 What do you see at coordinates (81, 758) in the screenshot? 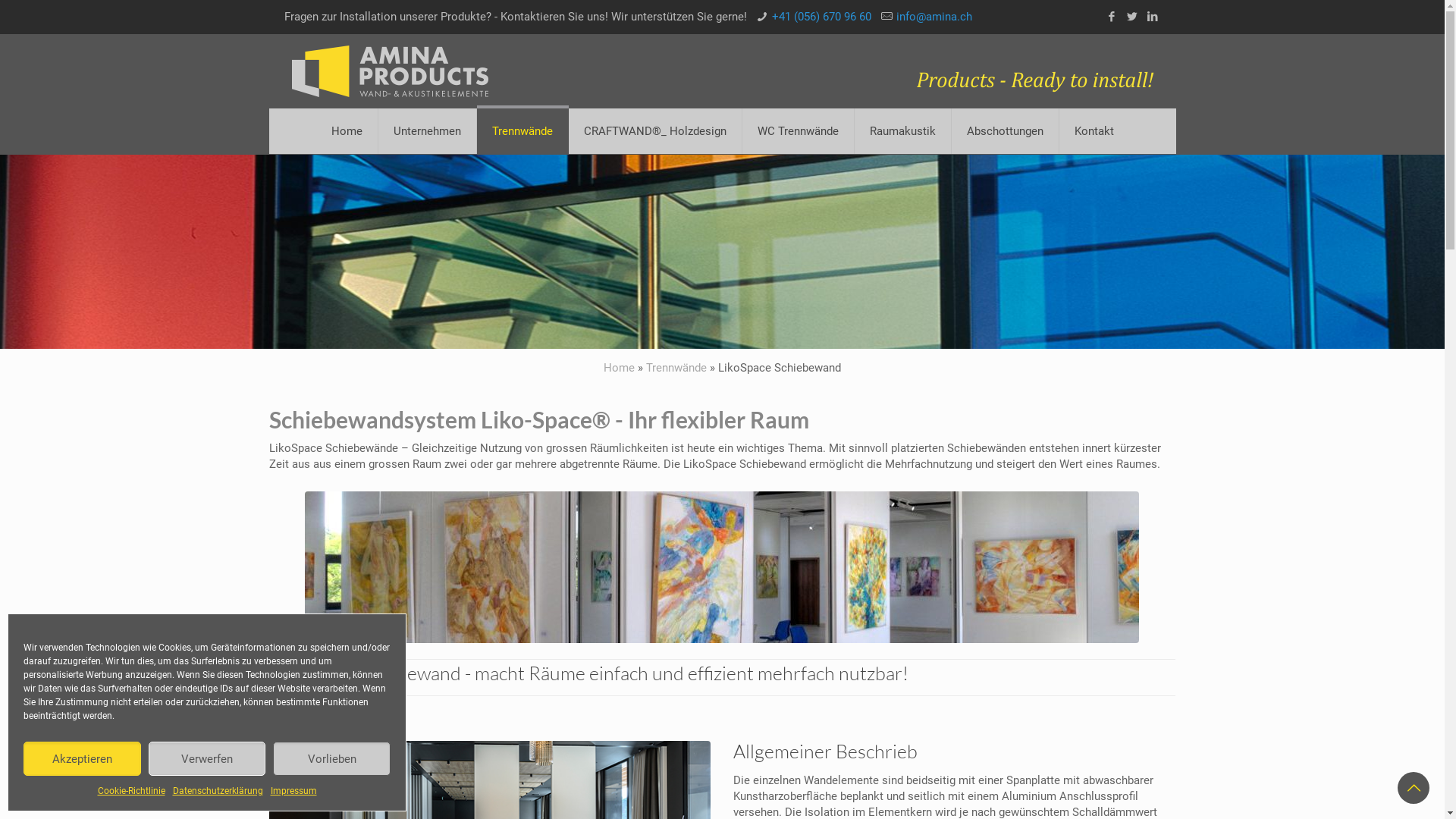
I see `'Akzeptieren'` at bounding box center [81, 758].